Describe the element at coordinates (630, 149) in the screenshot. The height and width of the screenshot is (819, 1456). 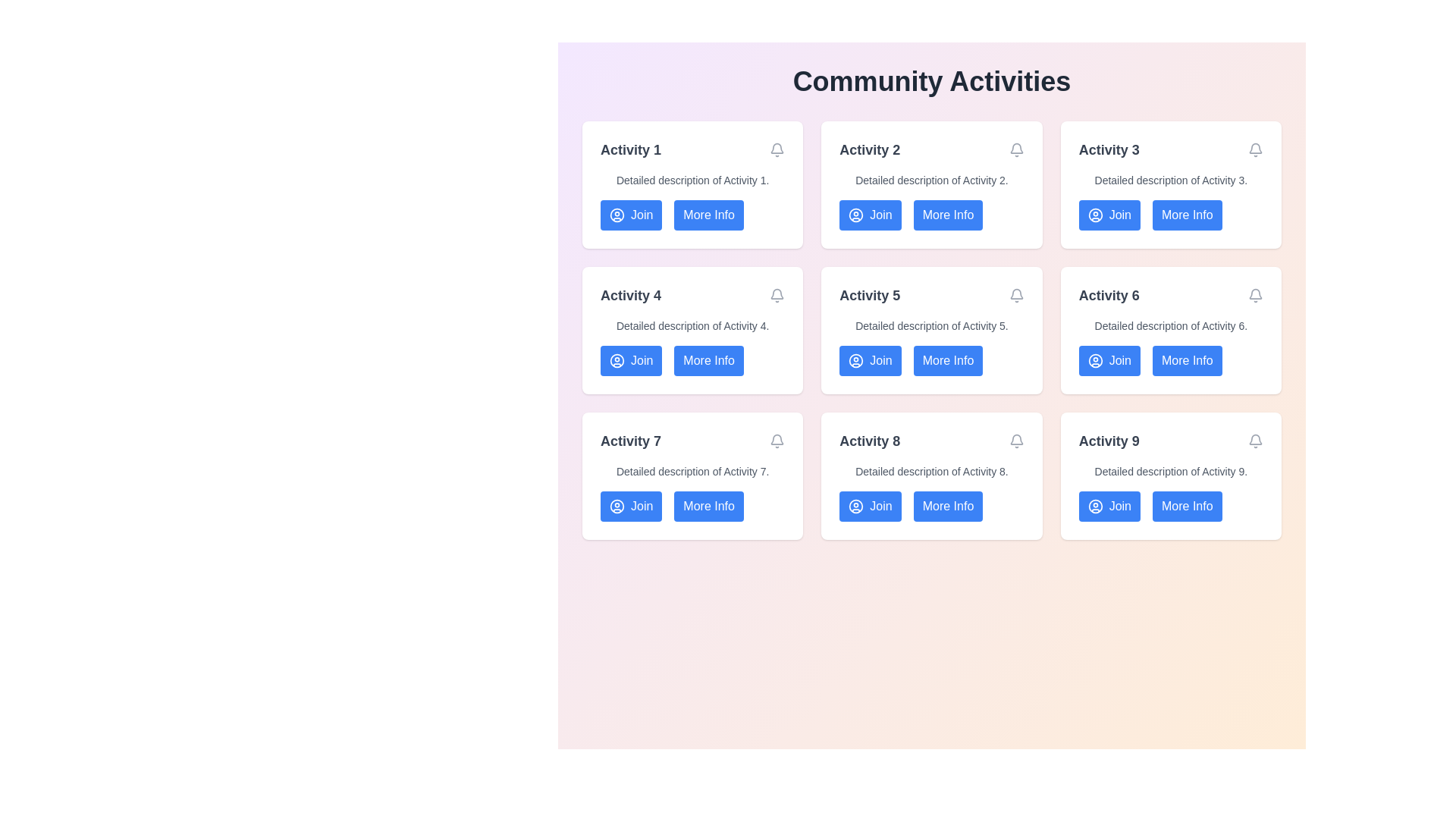
I see `the title text label for 'Activity 1' located in the top-left card of the grid layout to focus on it` at that location.